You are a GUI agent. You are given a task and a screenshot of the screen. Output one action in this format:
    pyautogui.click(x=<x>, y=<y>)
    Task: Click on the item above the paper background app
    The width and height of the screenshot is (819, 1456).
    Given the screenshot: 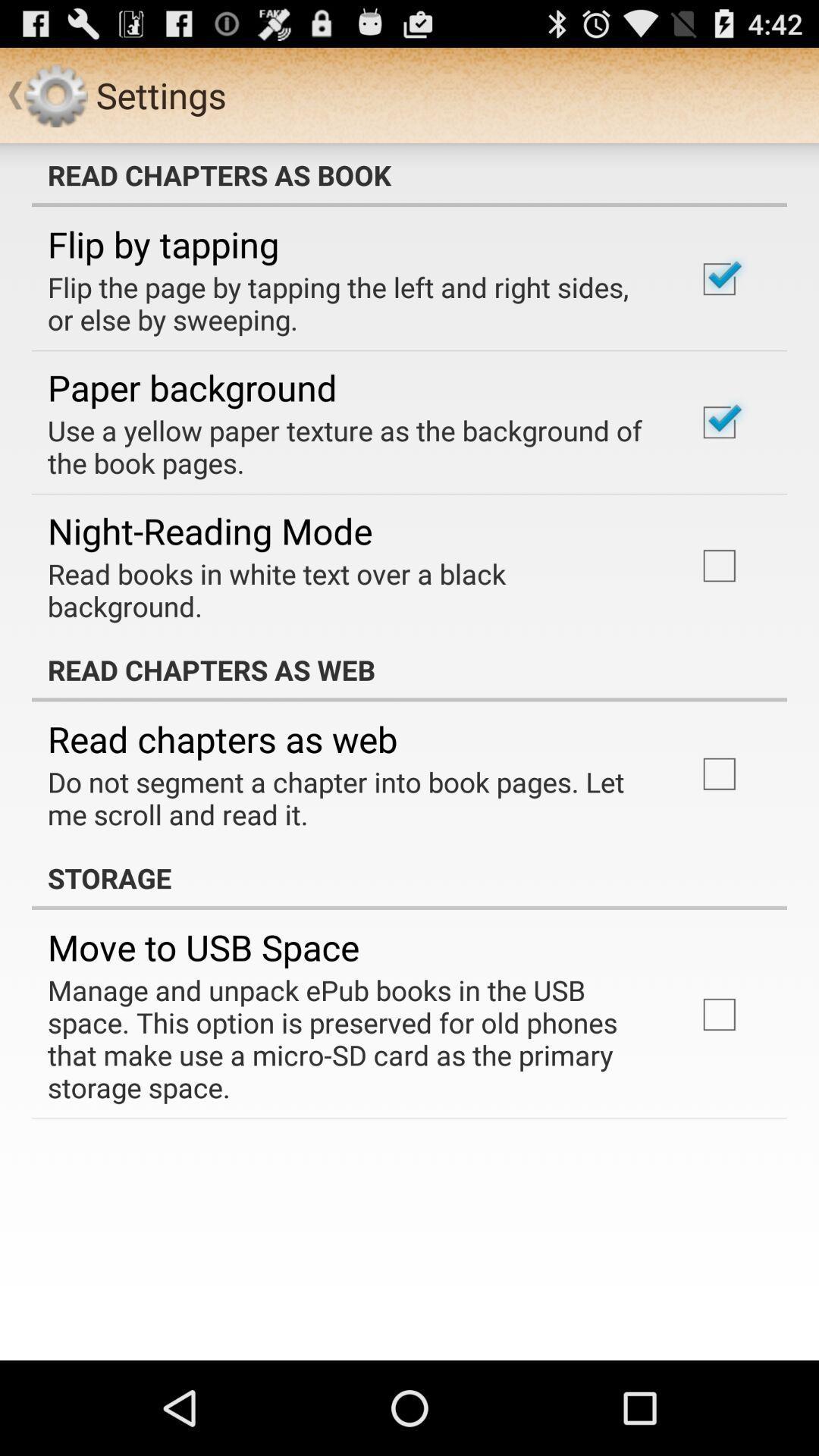 What is the action you would take?
    pyautogui.click(x=351, y=303)
    